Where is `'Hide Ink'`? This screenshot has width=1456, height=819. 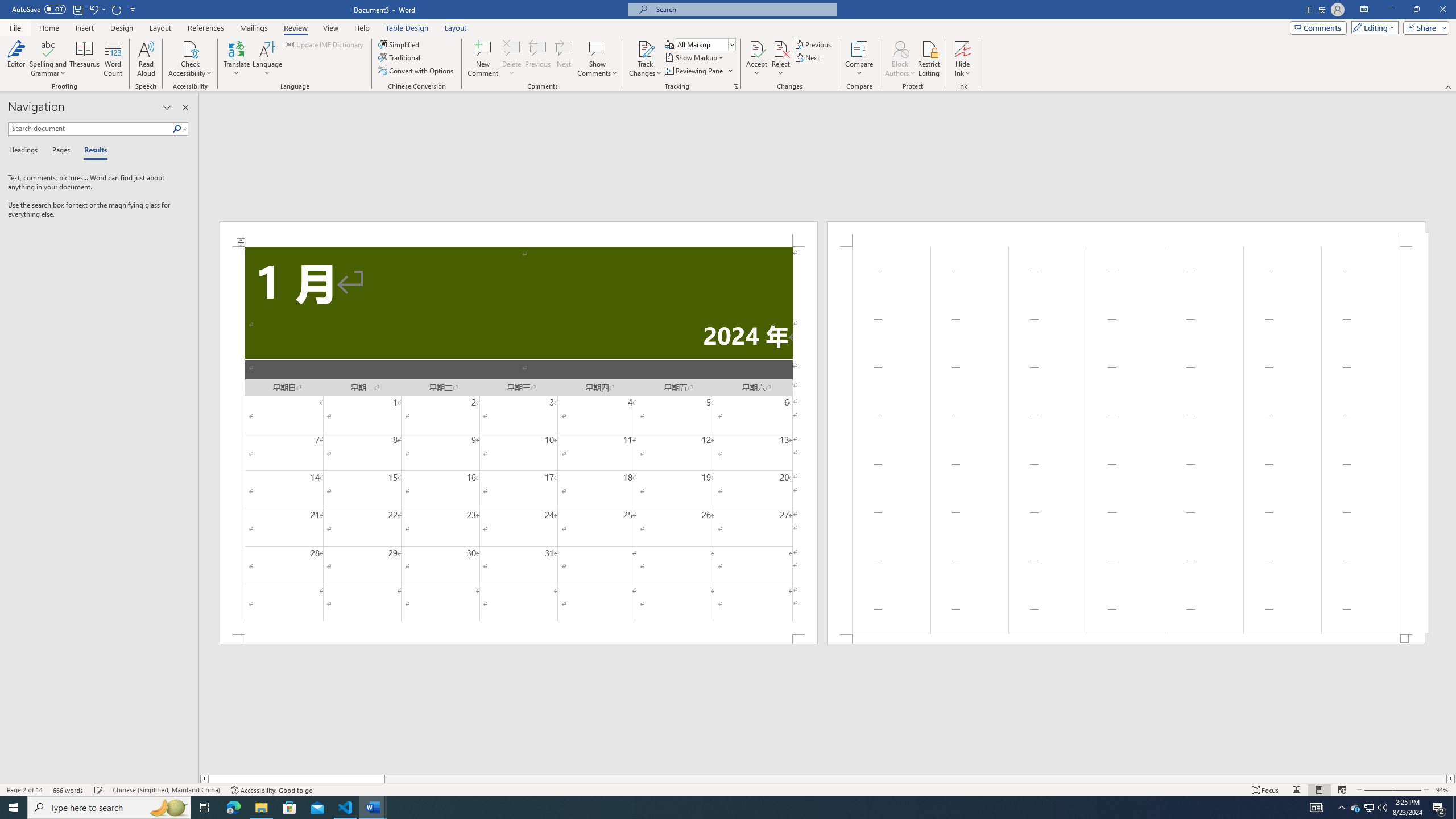 'Hide Ink' is located at coordinates (962, 59).